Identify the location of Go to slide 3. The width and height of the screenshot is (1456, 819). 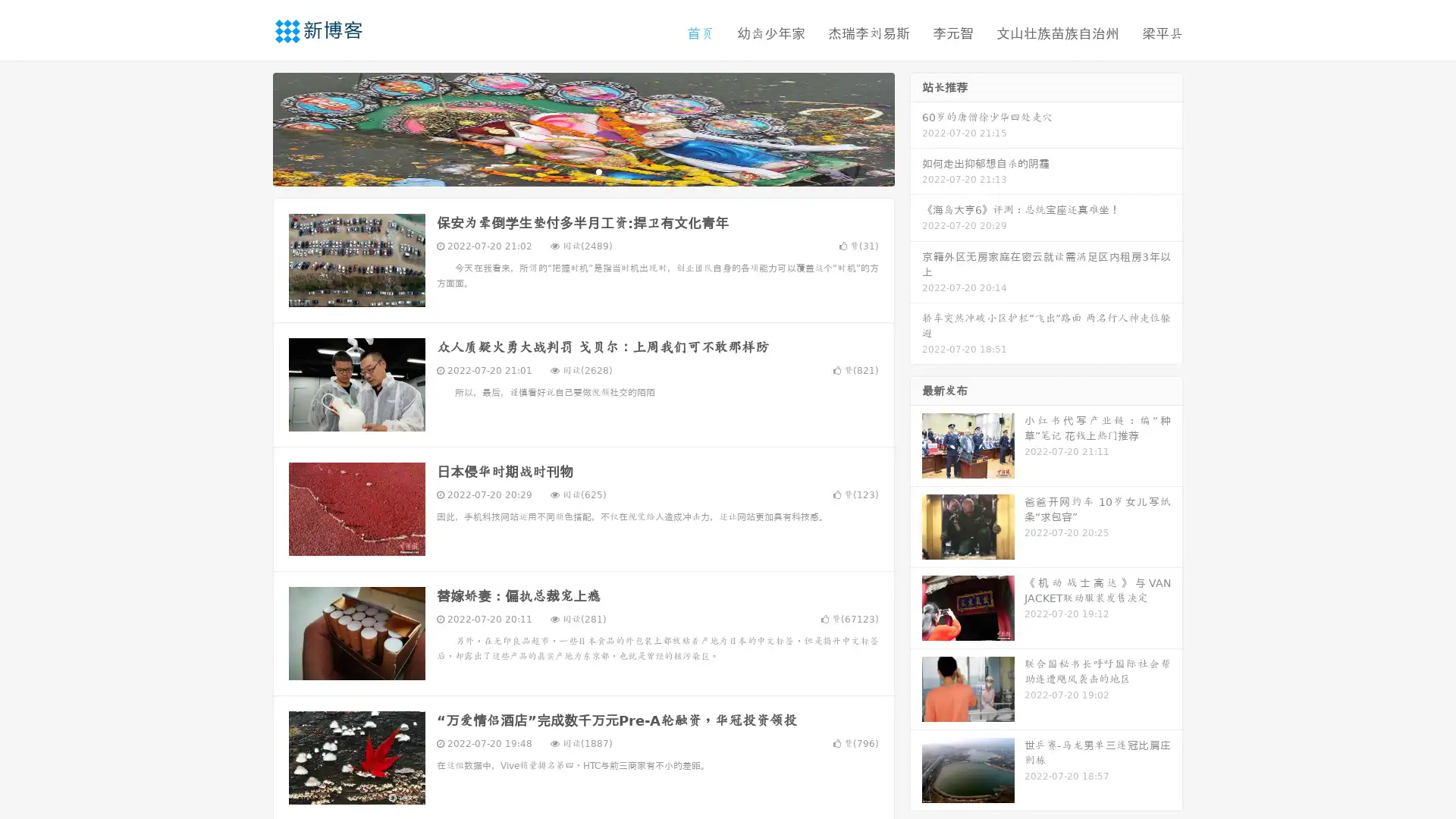
(598, 171).